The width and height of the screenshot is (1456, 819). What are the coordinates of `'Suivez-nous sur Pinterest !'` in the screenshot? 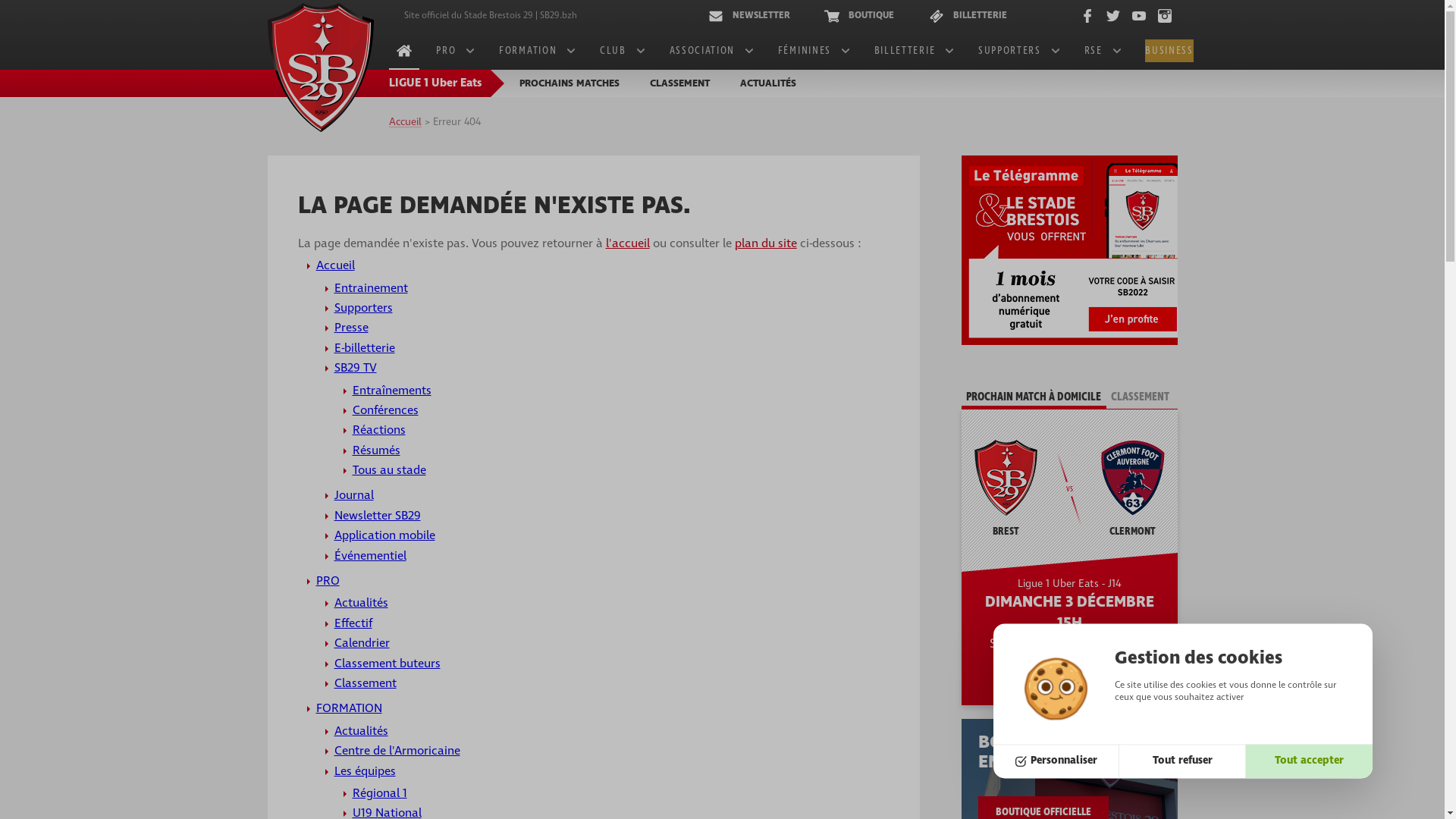 It's located at (1153, 15).